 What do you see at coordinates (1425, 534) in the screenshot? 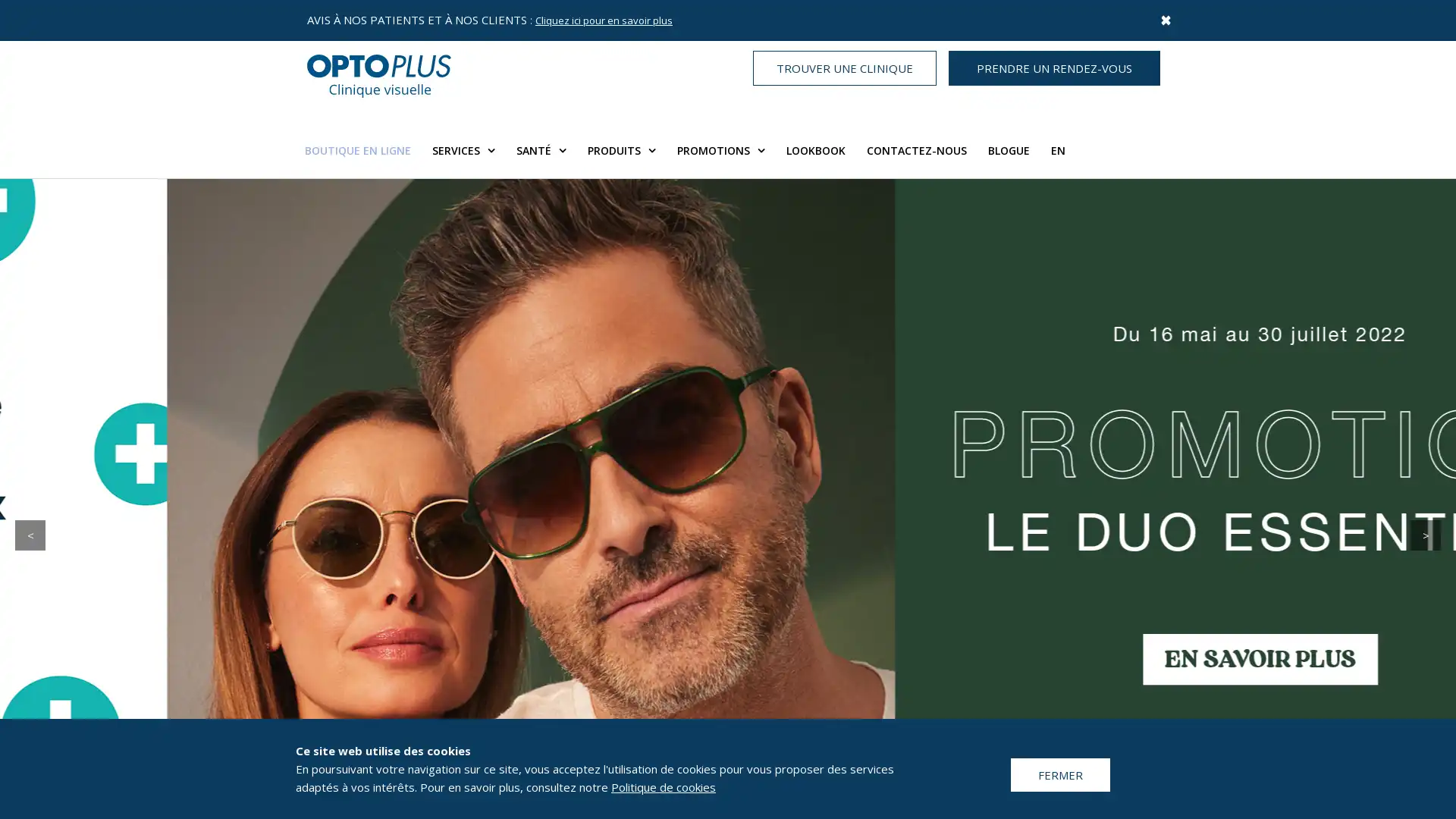
I see `>` at bounding box center [1425, 534].